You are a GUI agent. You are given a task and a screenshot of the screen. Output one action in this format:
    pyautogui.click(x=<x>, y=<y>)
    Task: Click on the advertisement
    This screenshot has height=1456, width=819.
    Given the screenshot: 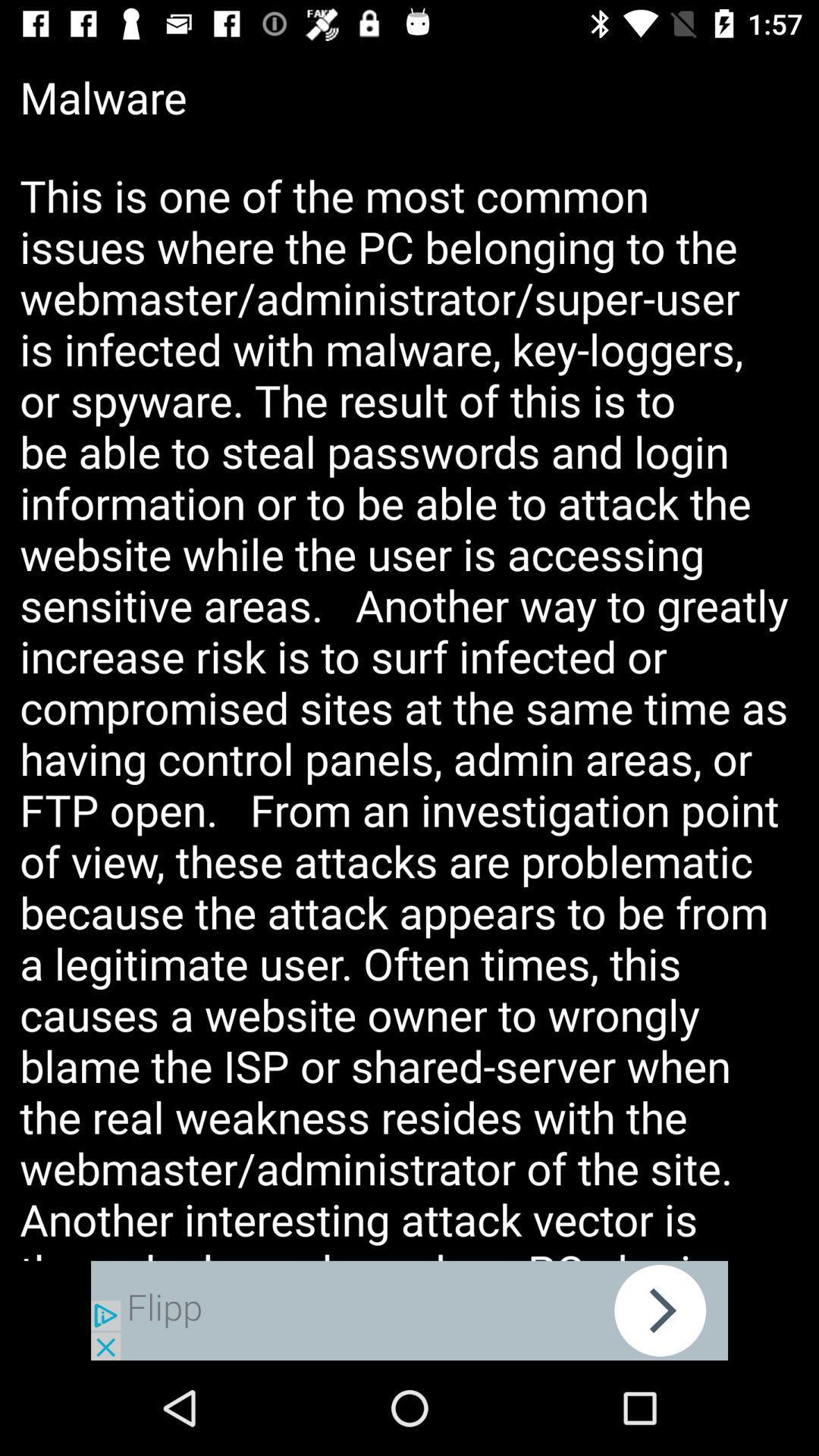 What is the action you would take?
    pyautogui.click(x=409, y=1310)
    